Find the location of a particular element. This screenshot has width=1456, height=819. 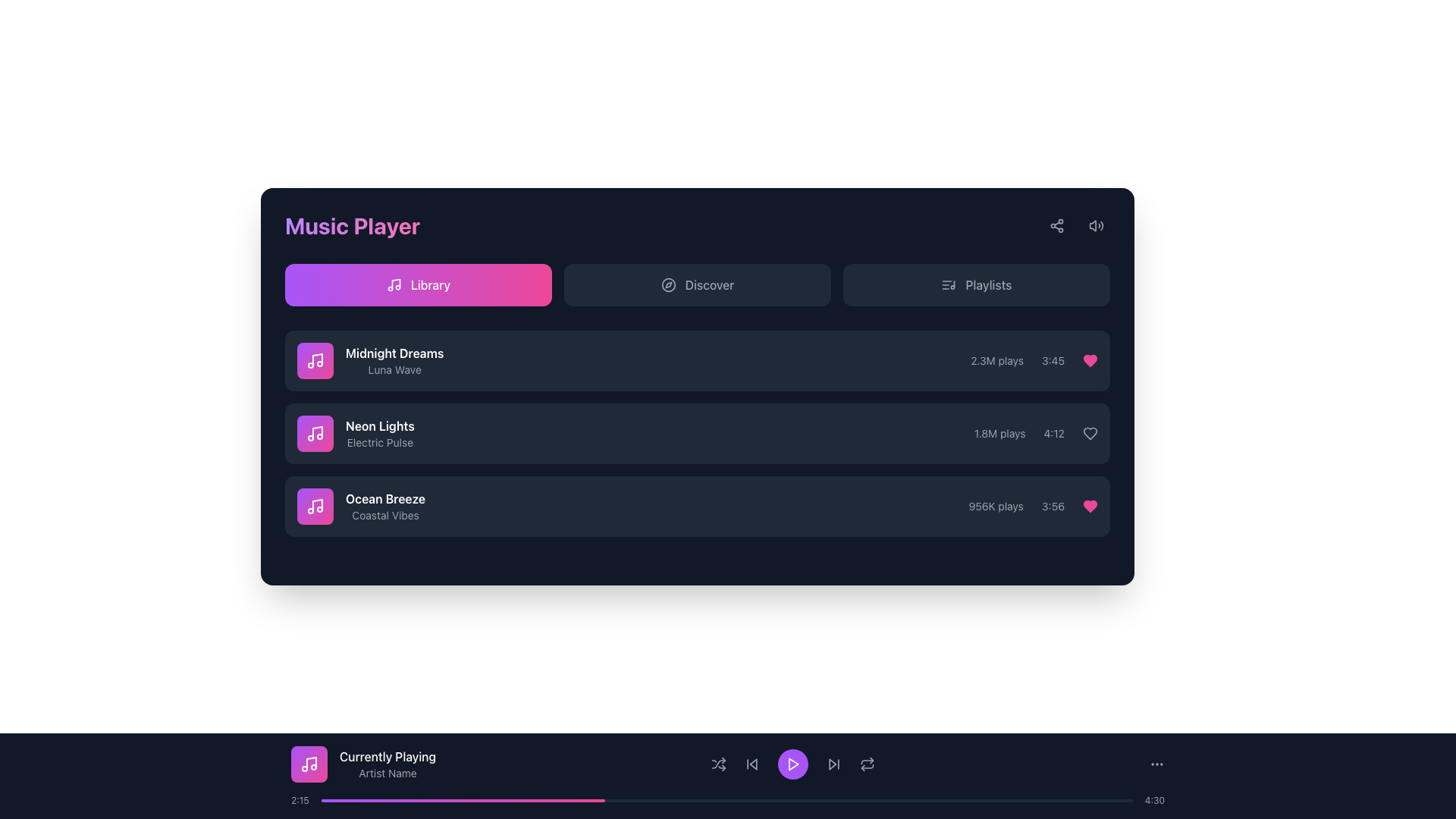

the progression indicator of the horizontal progress bar located at the bottom of the interface, which is filled with purple and pink hues is located at coordinates (728, 800).